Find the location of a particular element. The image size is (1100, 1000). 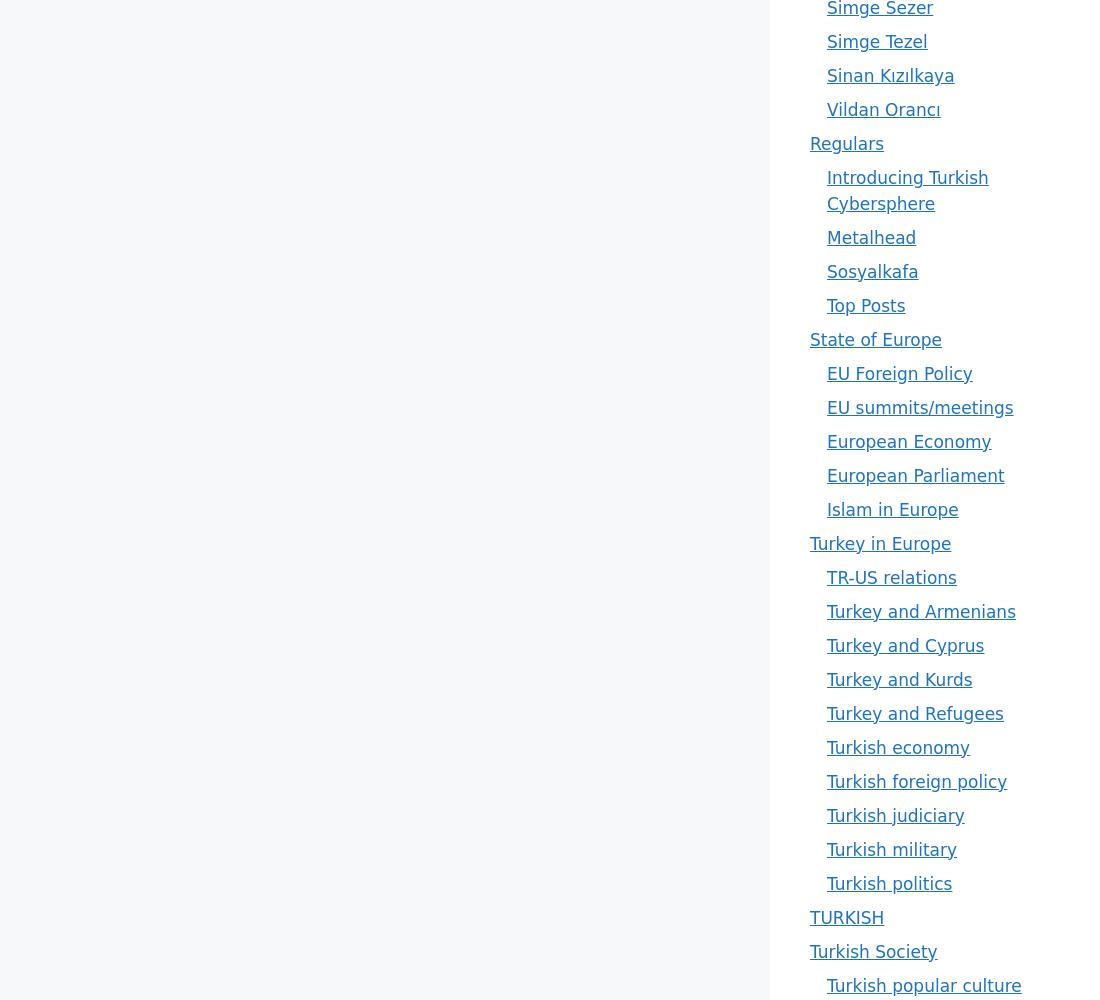

'EU Foreign Policy' is located at coordinates (899, 372).